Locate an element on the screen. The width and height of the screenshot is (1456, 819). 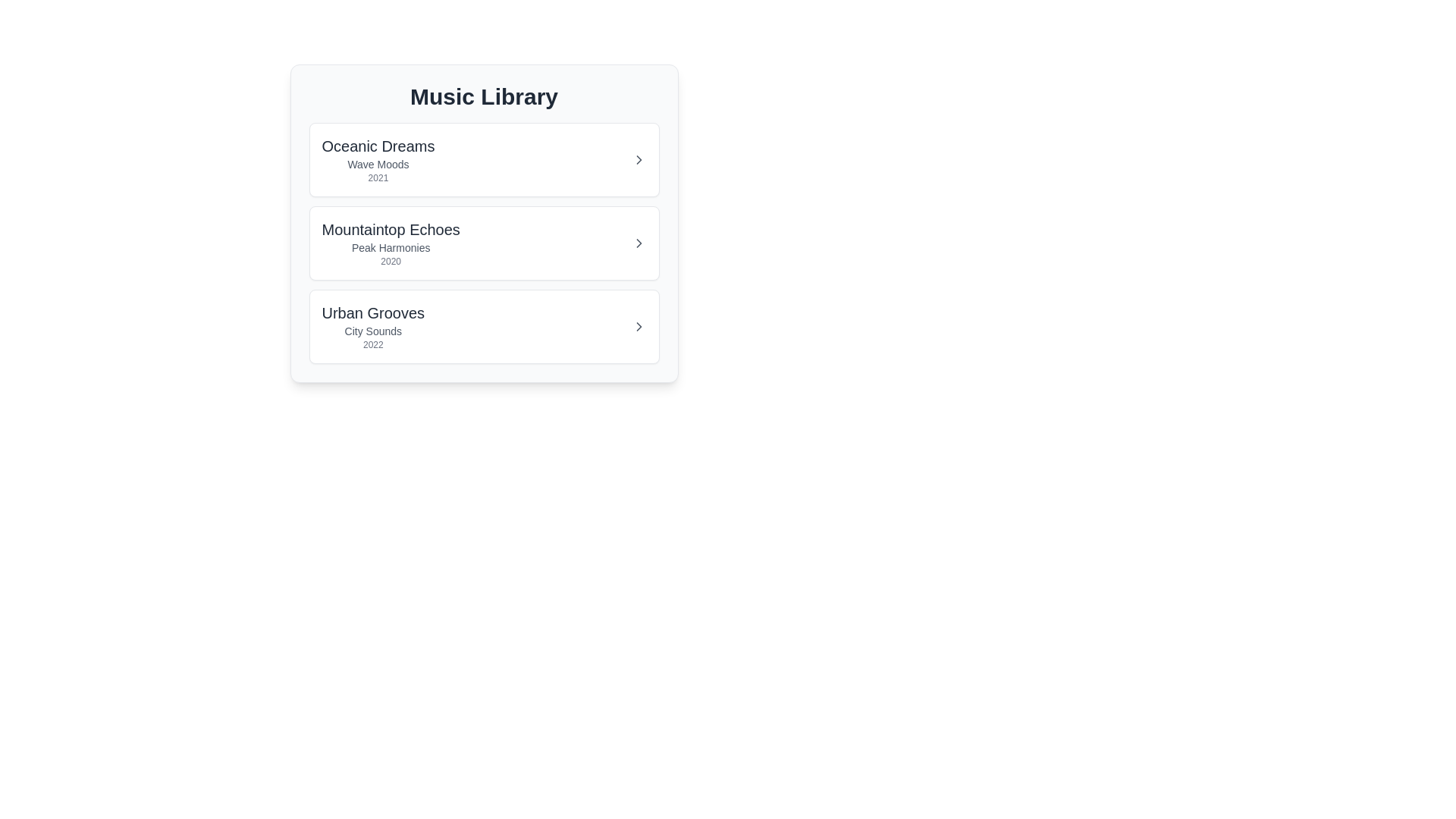
expand button for the album item with the name Urban Grooves is located at coordinates (639, 326).